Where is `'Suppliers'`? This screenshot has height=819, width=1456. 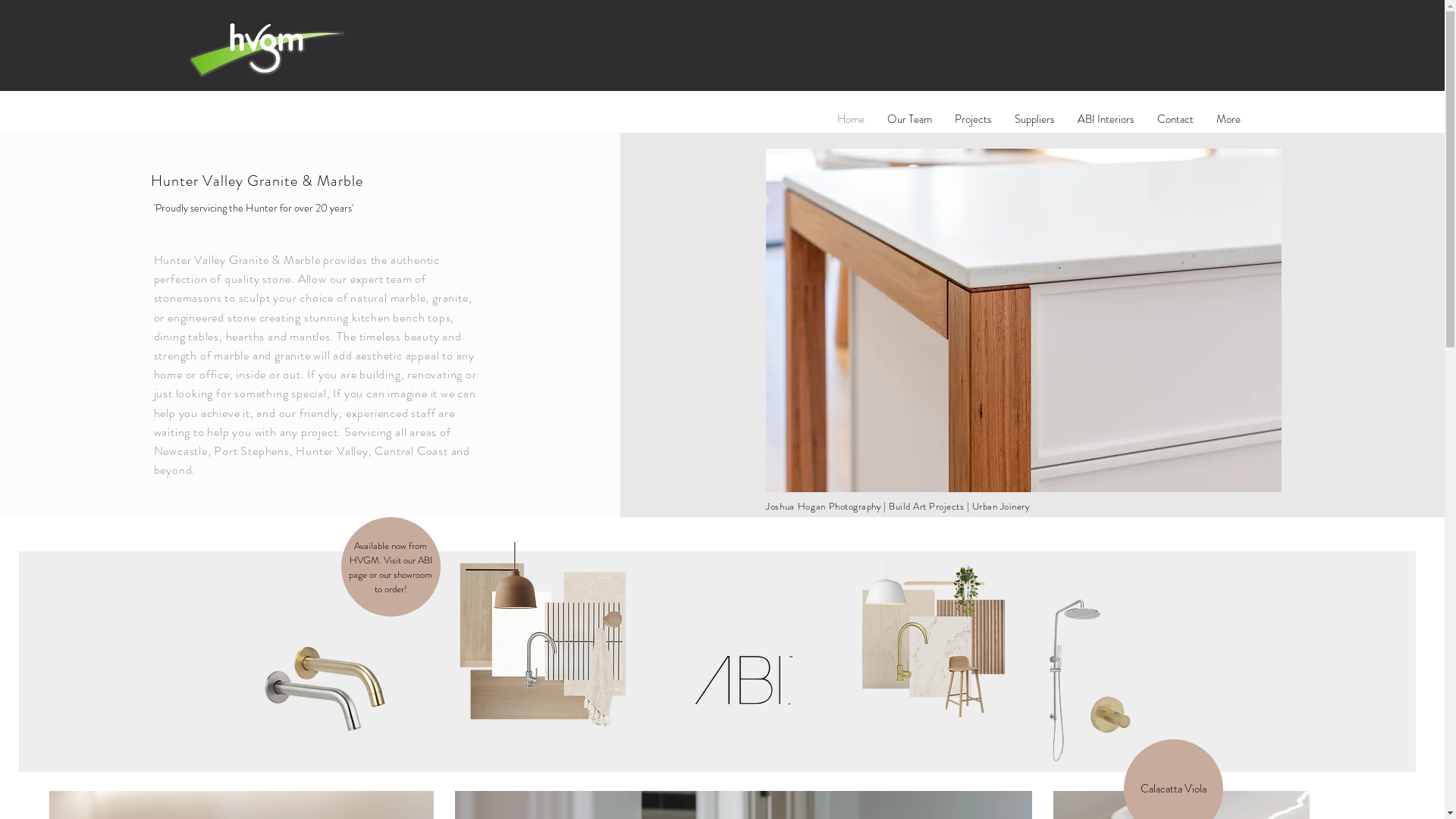
'Suppliers' is located at coordinates (1033, 118).